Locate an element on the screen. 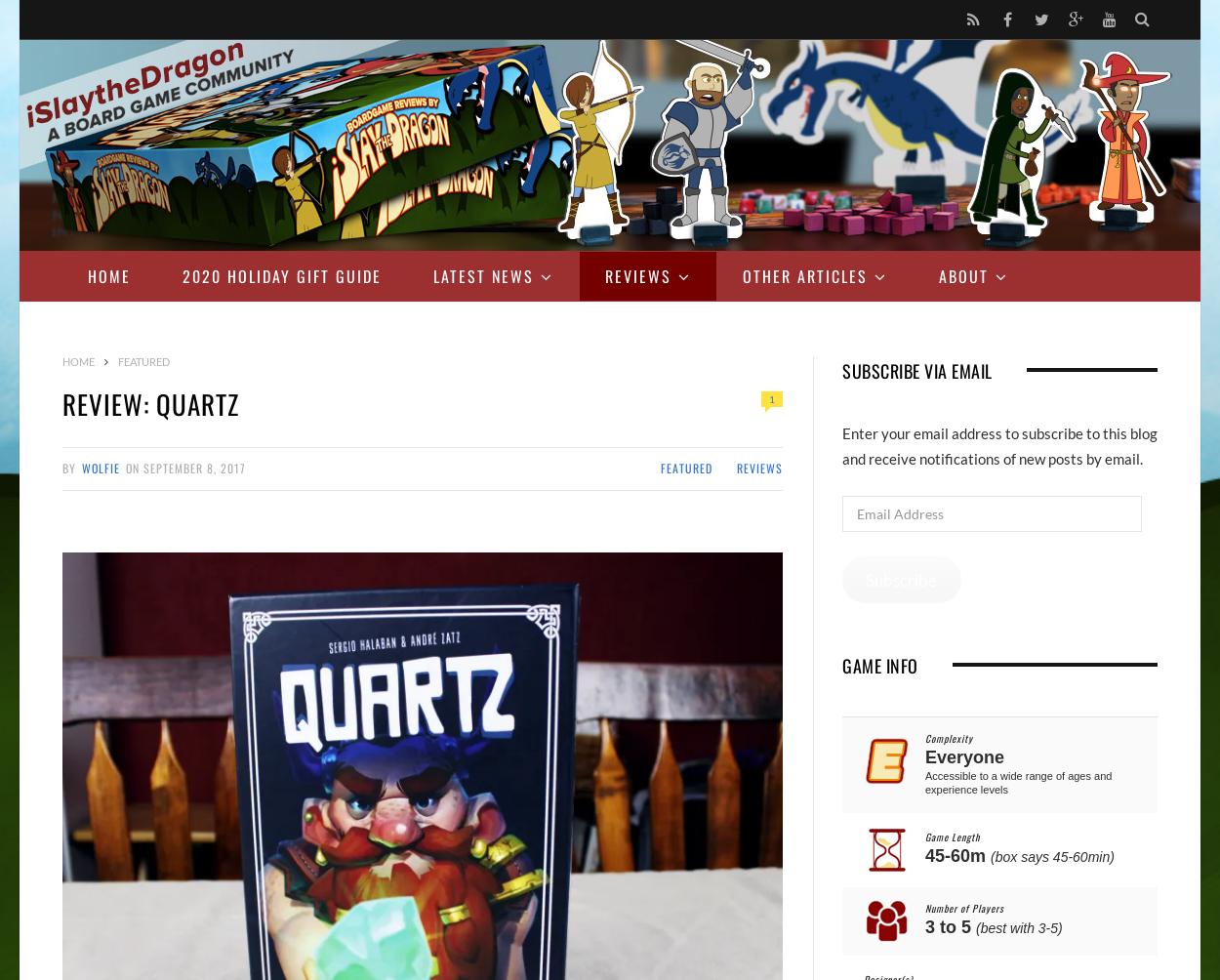 The width and height of the screenshot is (1220, 980). 'Review: Quartz' is located at coordinates (150, 403).